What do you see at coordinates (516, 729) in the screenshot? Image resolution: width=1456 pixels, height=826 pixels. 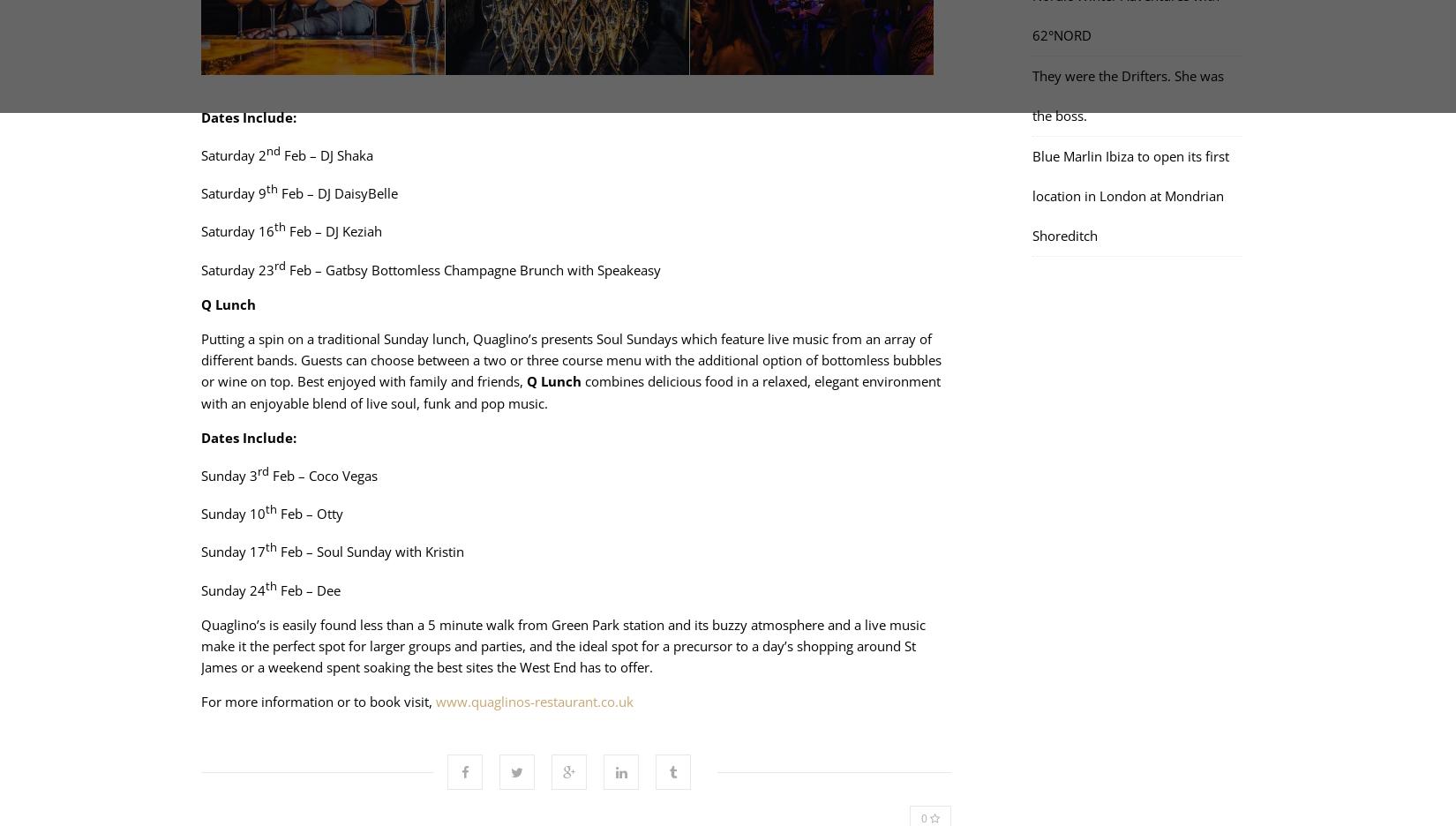 I see `'Twitter'` at bounding box center [516, 729].